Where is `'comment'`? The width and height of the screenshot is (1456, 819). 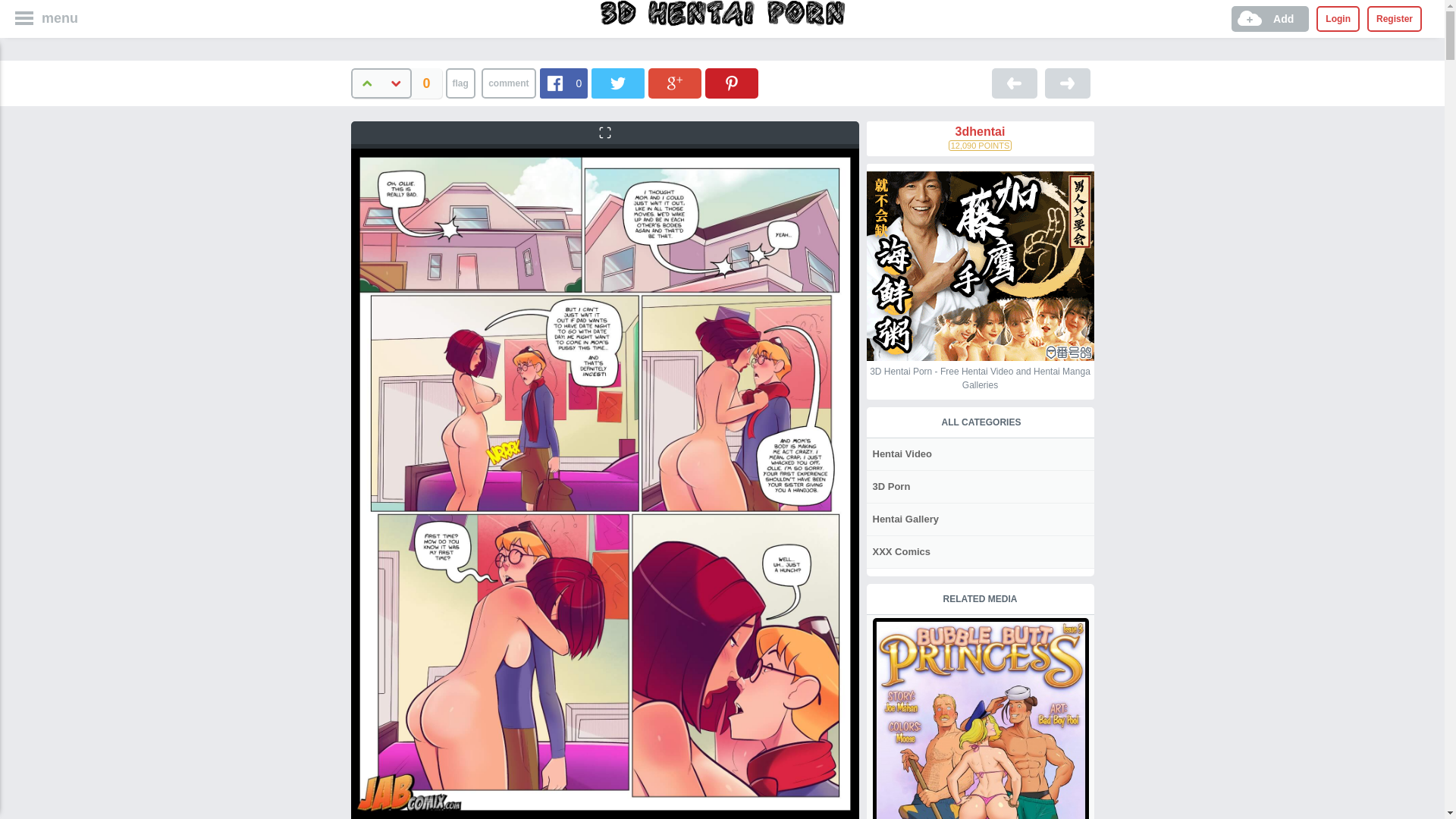
'comment' is located at coordinates (508, 83).